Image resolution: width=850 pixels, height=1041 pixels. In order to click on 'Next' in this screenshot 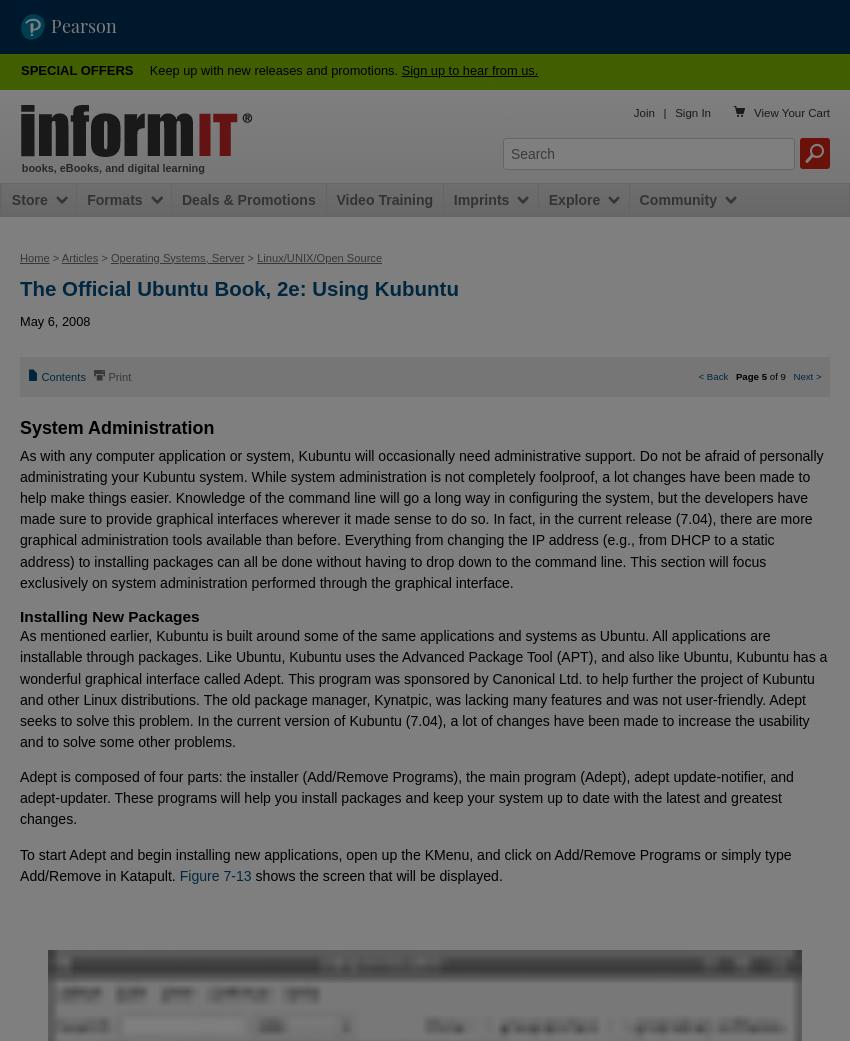, I will do `click(803, 375)`.